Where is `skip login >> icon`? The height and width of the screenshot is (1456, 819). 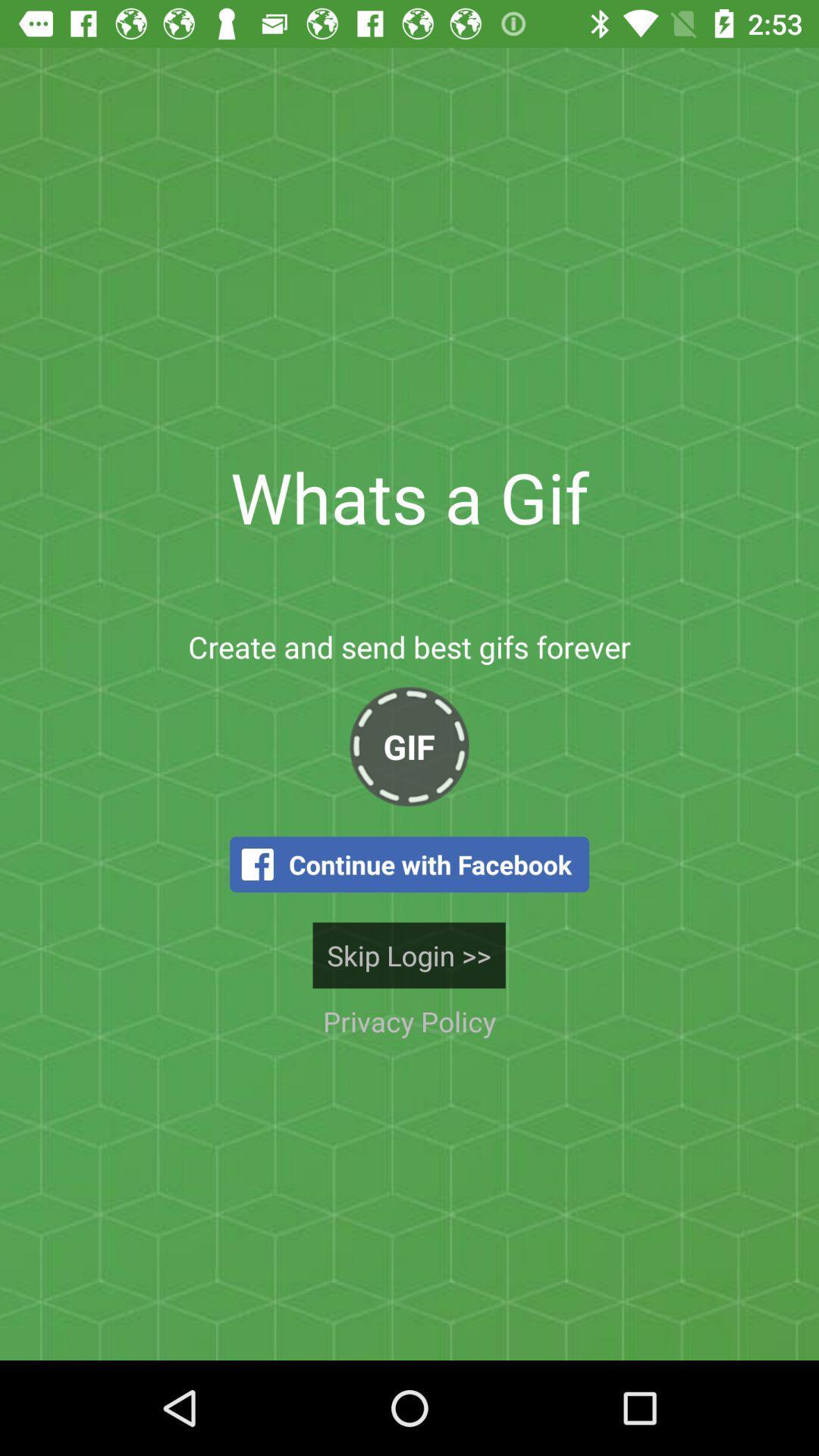 skip login >> icon is located at coordinates (408, 954).